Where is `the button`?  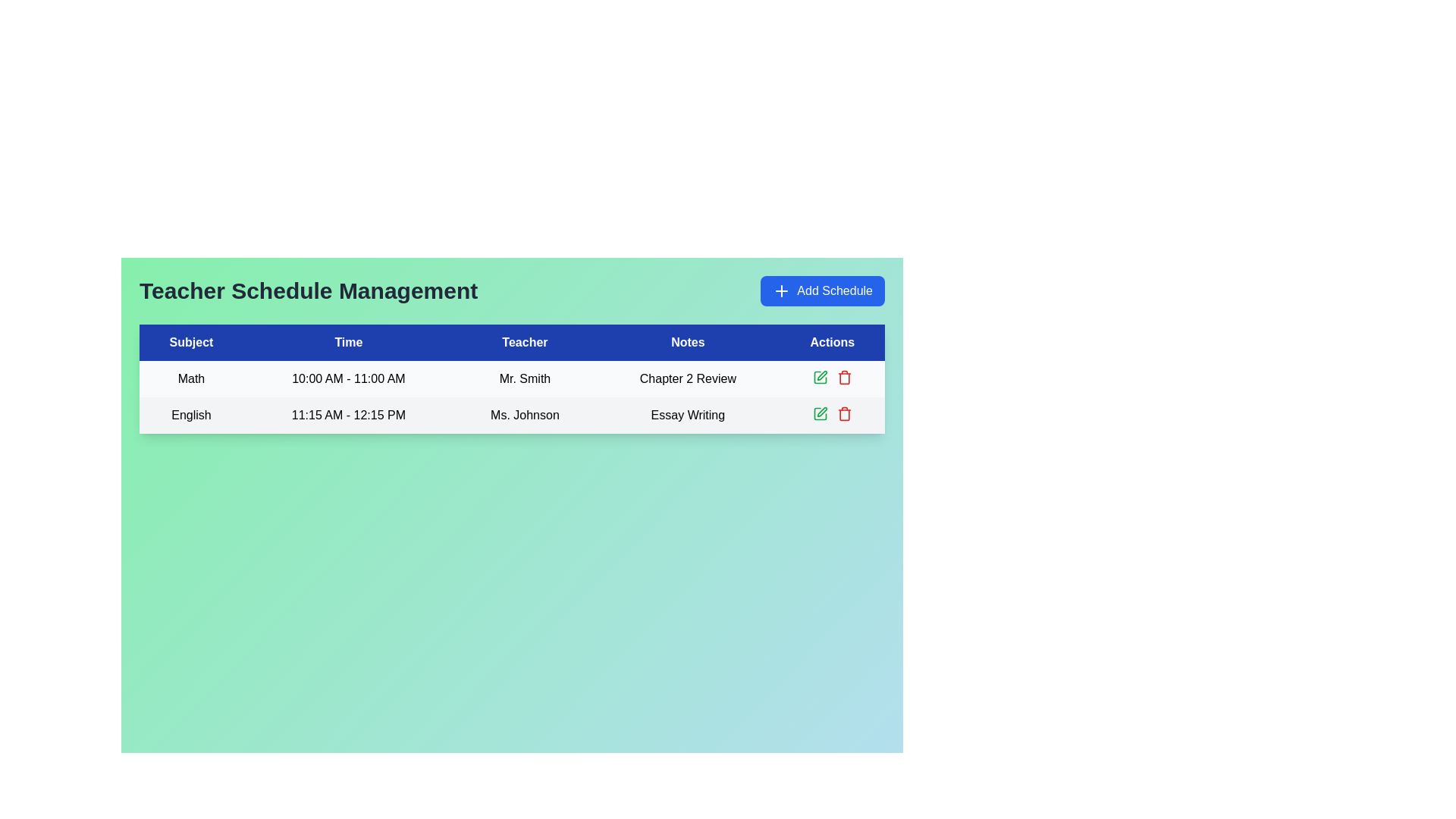 the button is located at coordinates (822, 291).